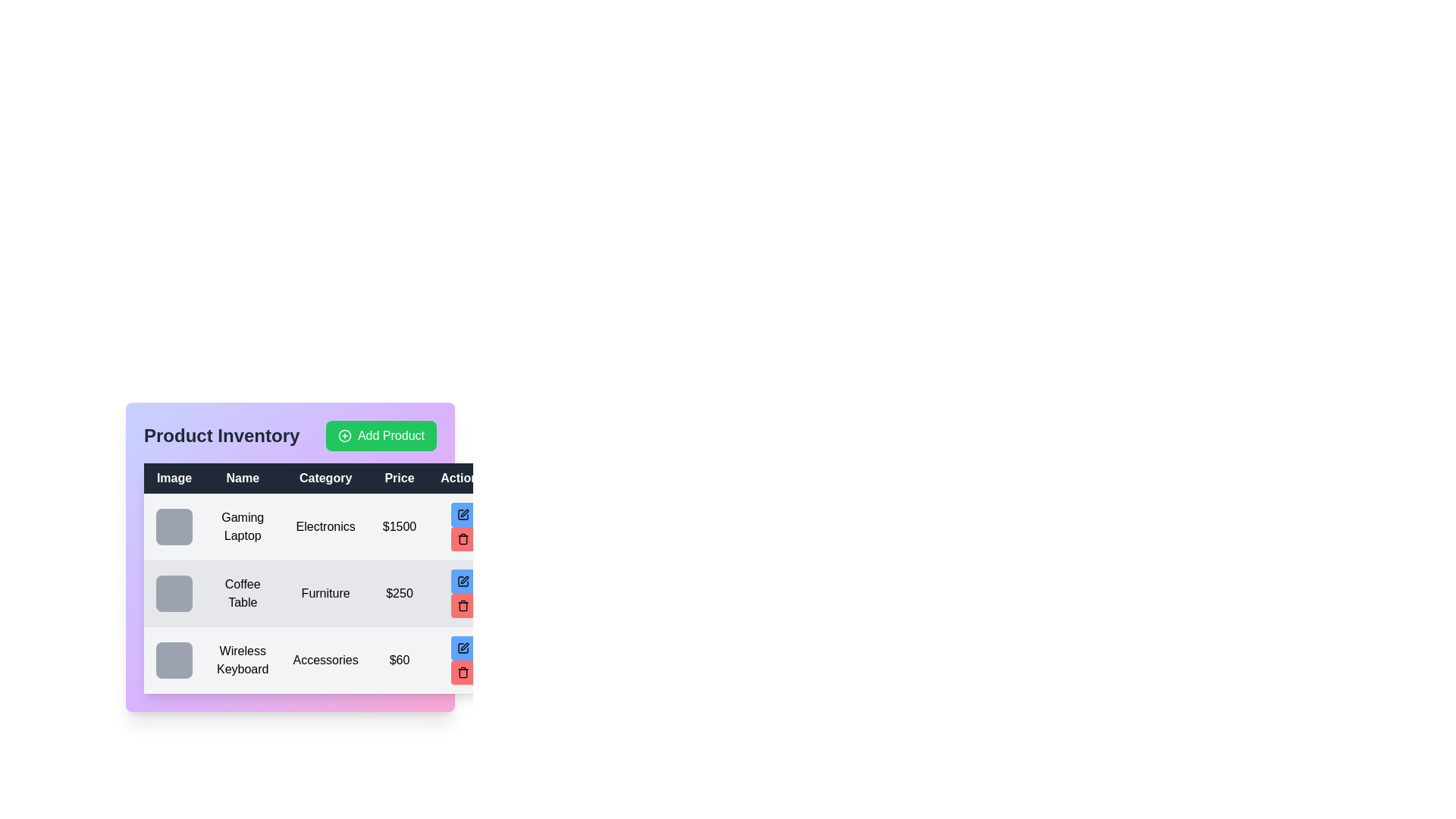 This screenshot has width=1456, height=819. Describe the element at coordinates (462, 581) in the screenshot. I see `the SVG icon that appears as a square with rounded corners, which is located in the 'Actions' column of the second row of the product inventory table` at that location.